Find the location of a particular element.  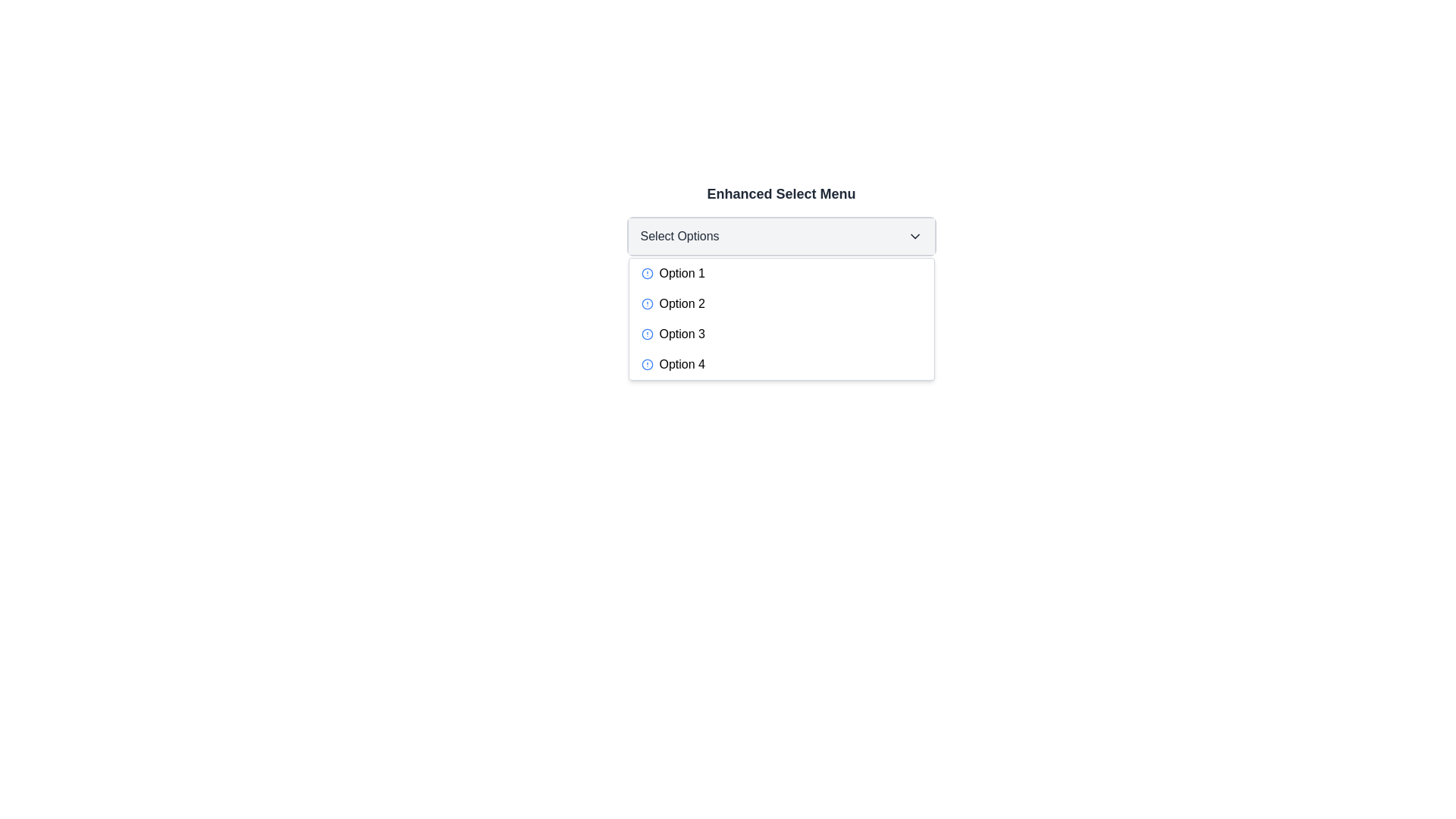

keyboard navigation is located at coordinates (781, 237).